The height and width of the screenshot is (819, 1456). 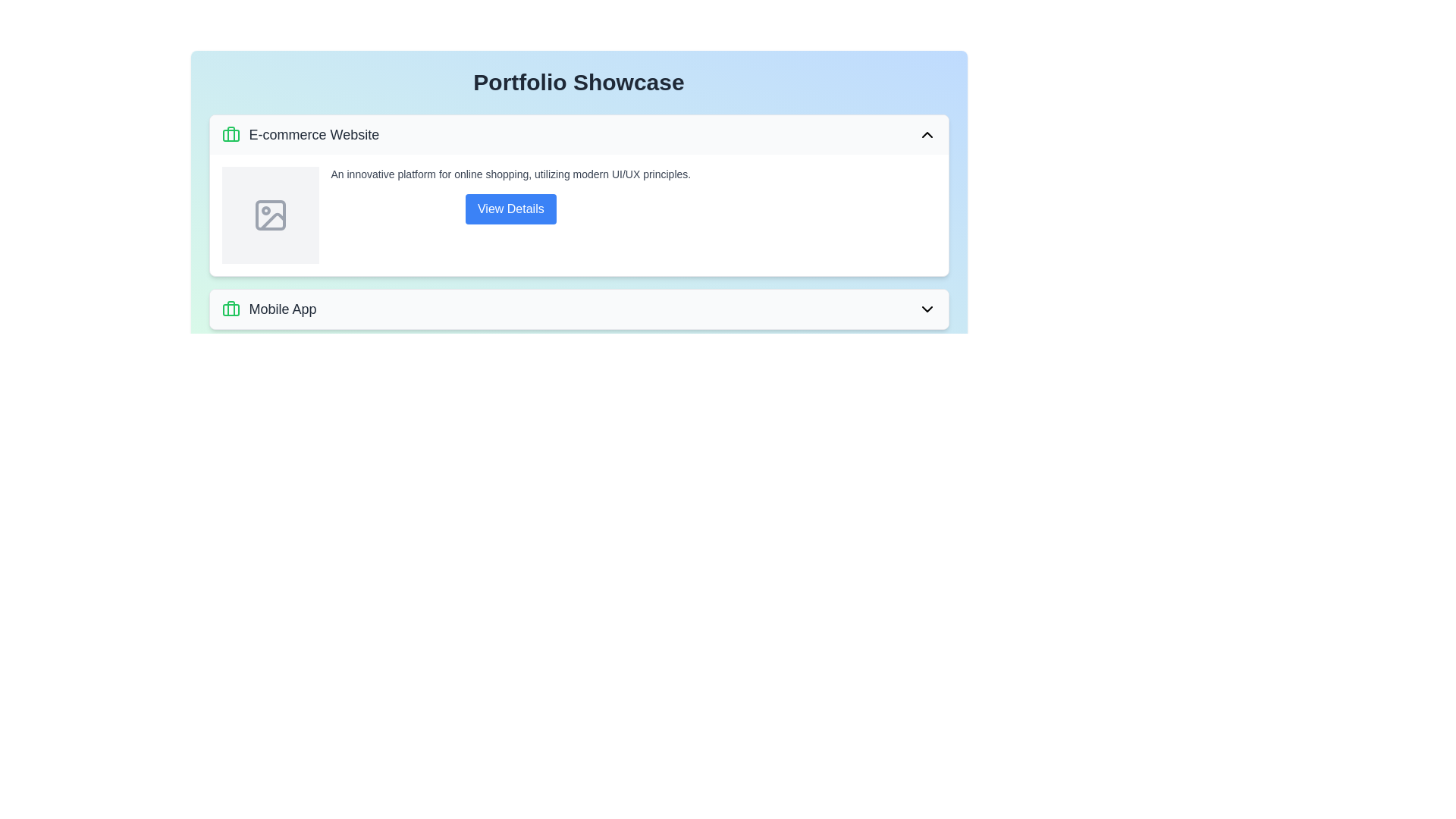 I want to click on the text label that serves as the title for the portfolio showcase entry labeled 'E-commerce Website', which is positioned to the right of a green briefcase icon, so click(x=313, y=133).